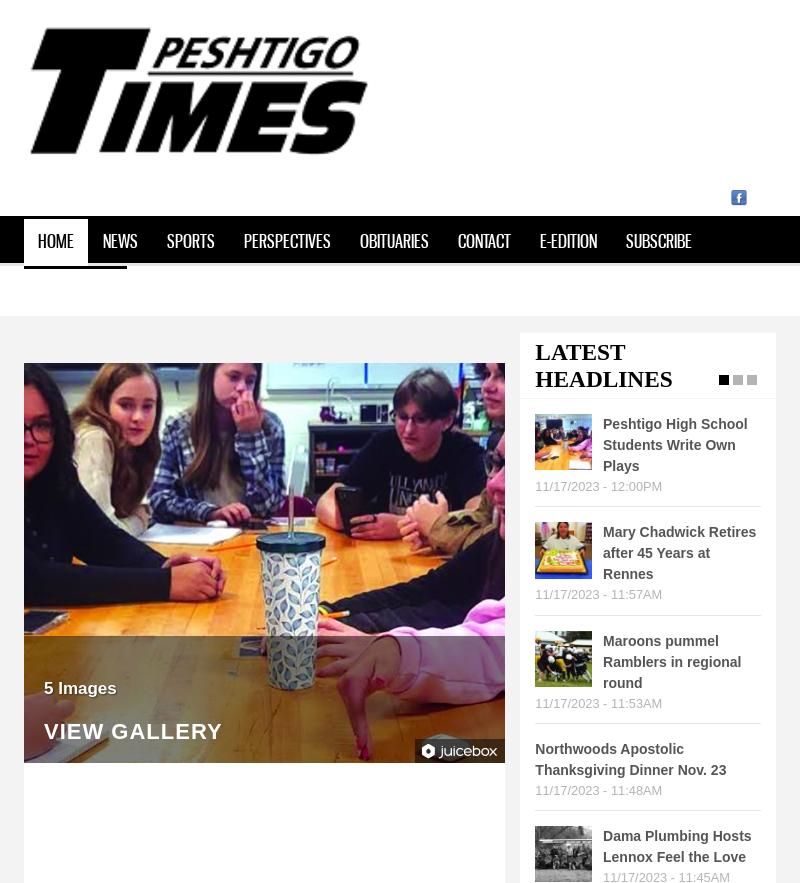 Image resolution: width=800 pixels, height=883 pixels. I want to click on 'Peshtigo High School Students Write Own Plays', so click(675, 444).